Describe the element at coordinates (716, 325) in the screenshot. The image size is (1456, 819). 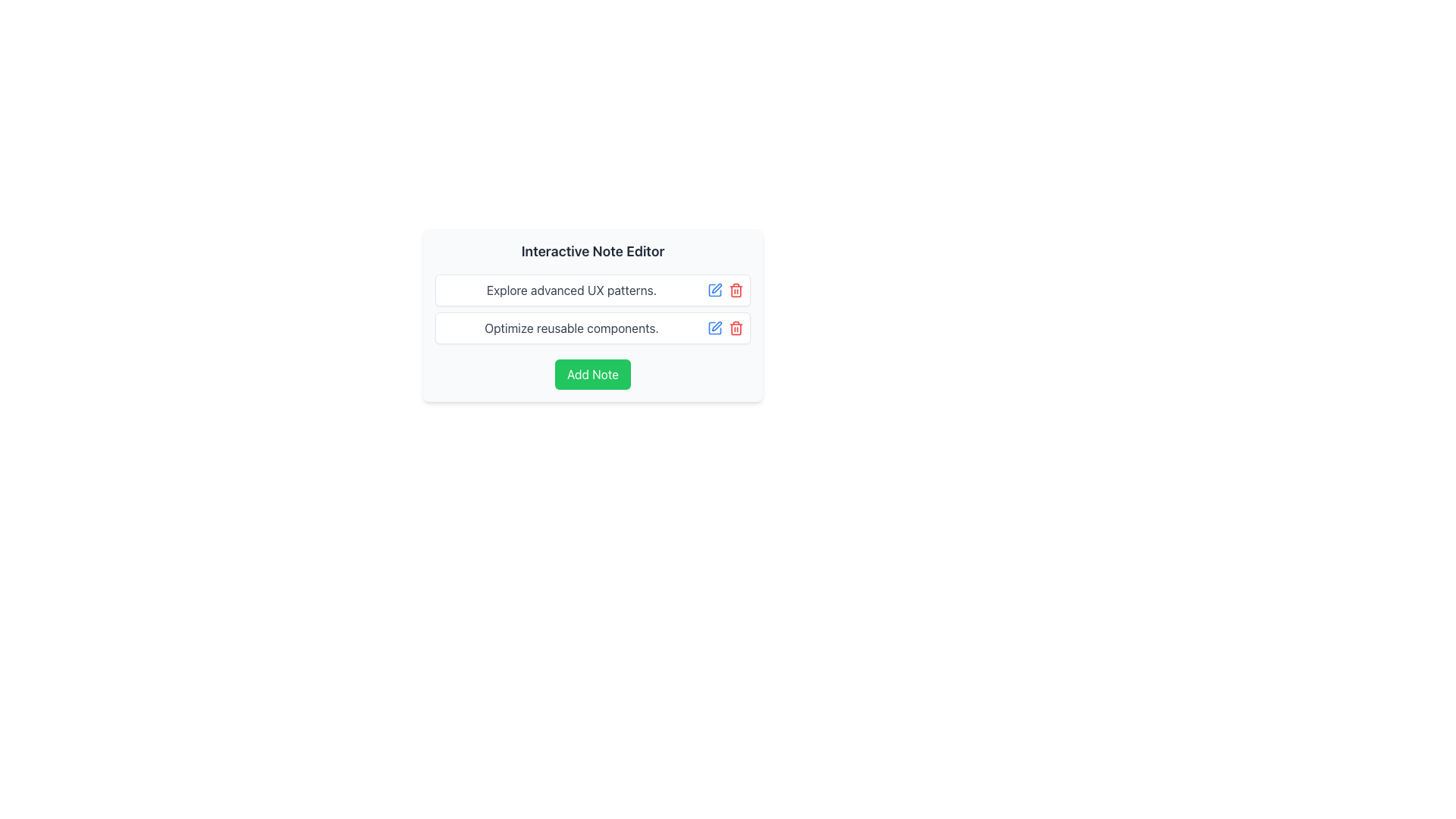
I see `the edit action icon located in the second column of interactive actions next to the associated text` at that location.